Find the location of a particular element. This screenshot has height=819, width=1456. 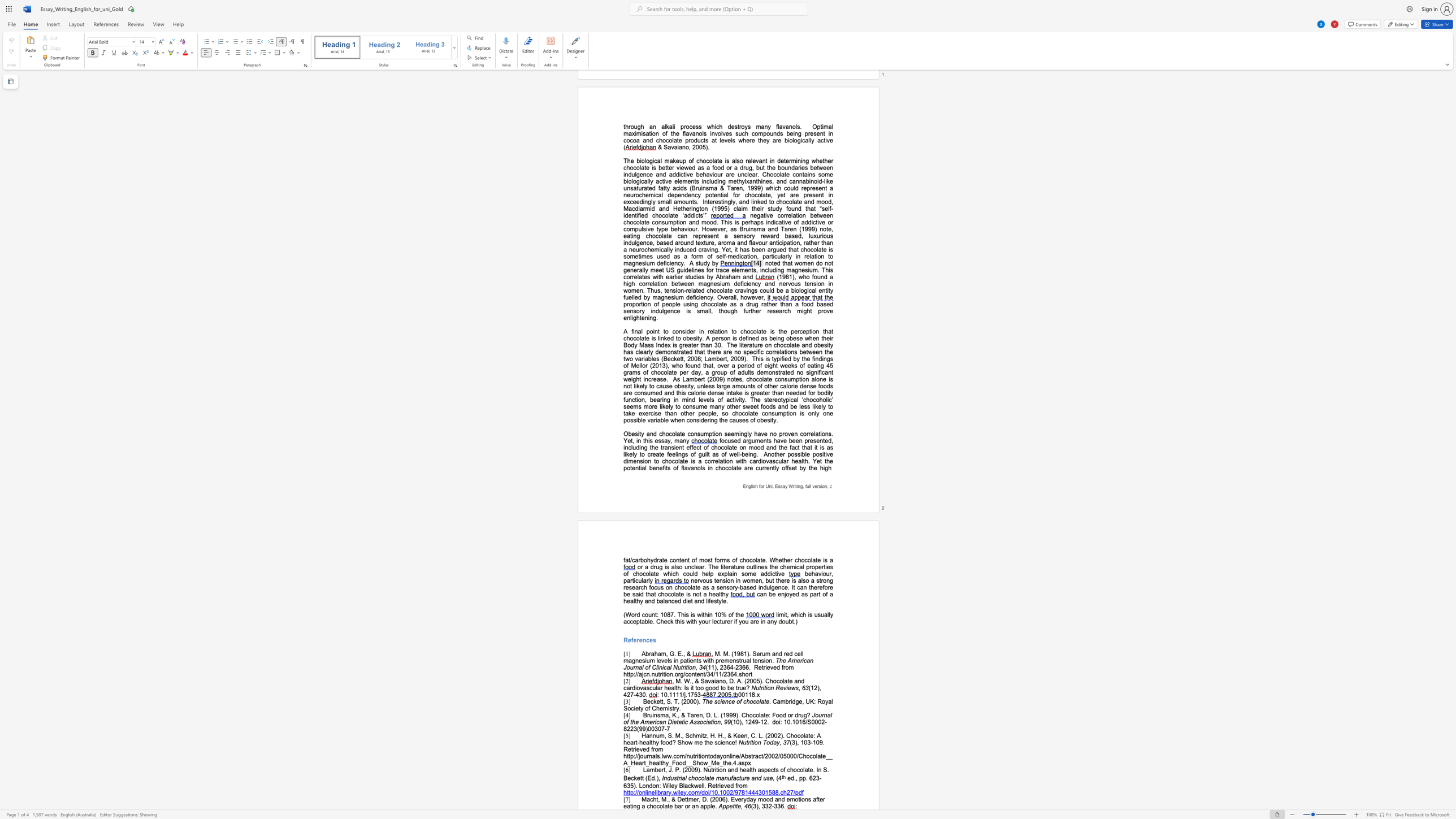

the subset text "332-33" within the text "(3), 332-336." is located at coordinates (761, 806).